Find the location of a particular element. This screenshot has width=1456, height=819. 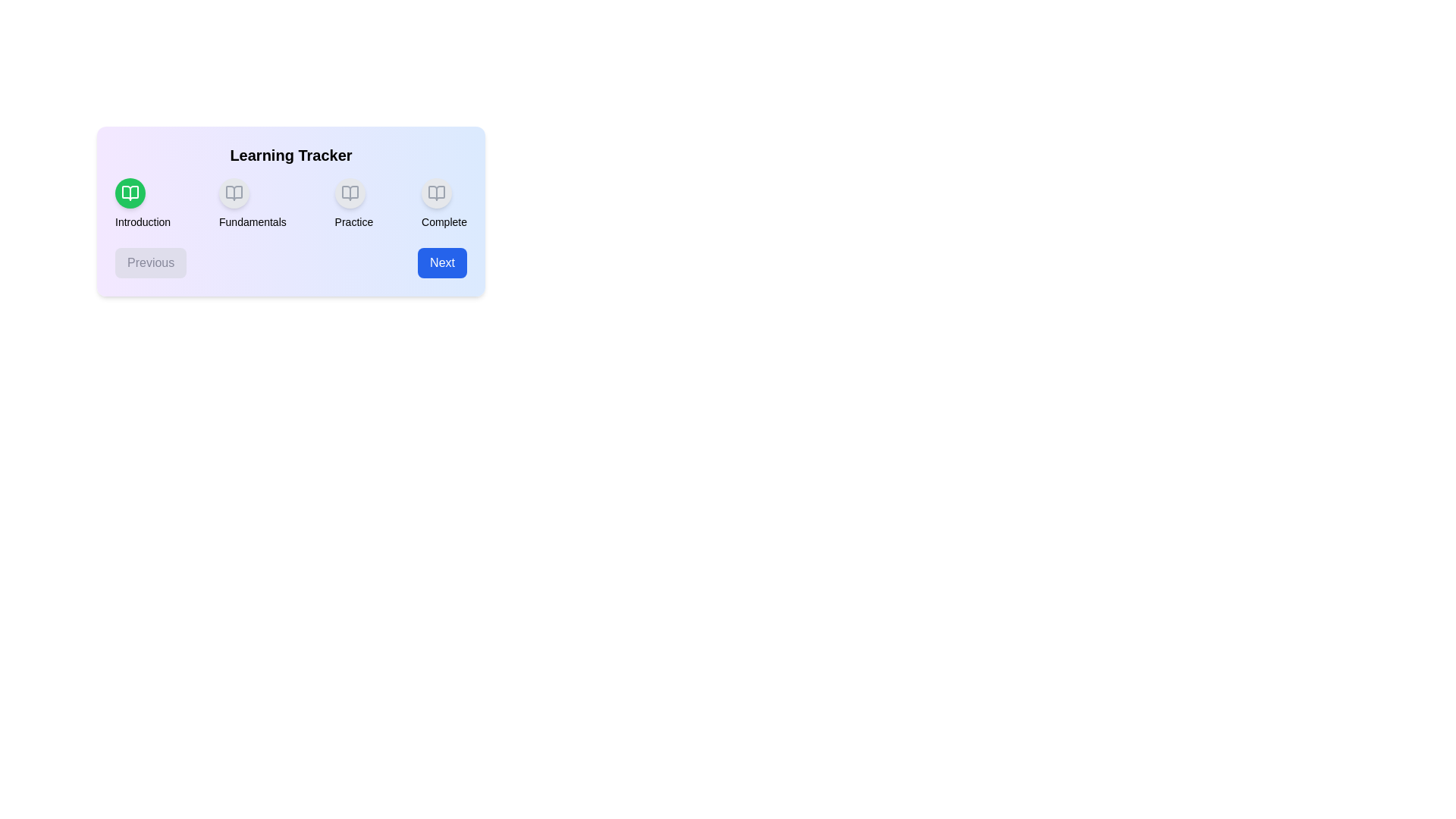

the informational label for a stage within the 'Learning Tracker', located beneath the book icon is located at coordinates (353, 222).